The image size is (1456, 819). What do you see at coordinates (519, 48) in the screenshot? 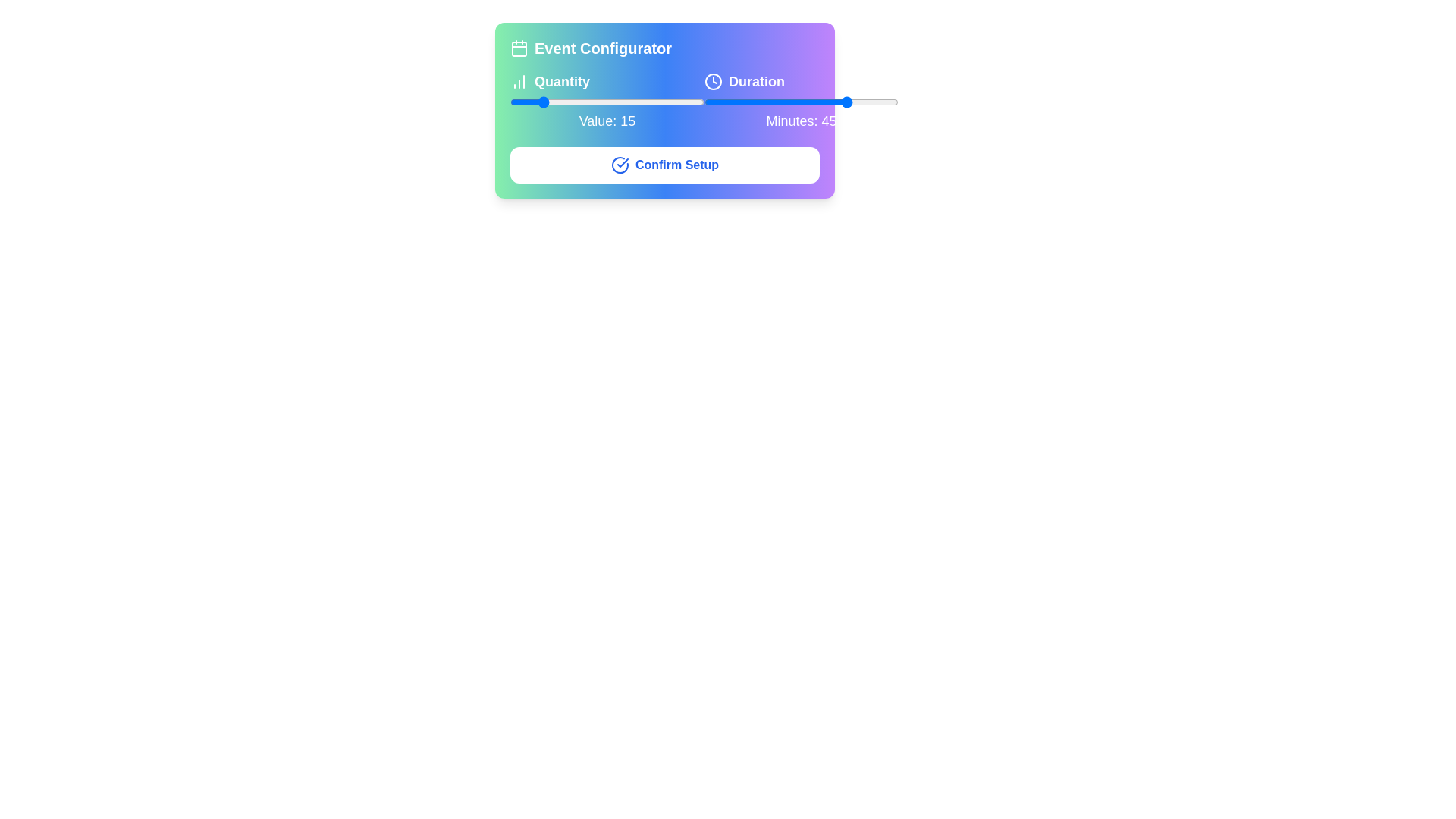
I see `the small calendar icon located at the top-left corner of the 'Event Configurator' header section, which features a rectangular border and two vertical lines representing a calendar grid` at bounding box center [519, 48].